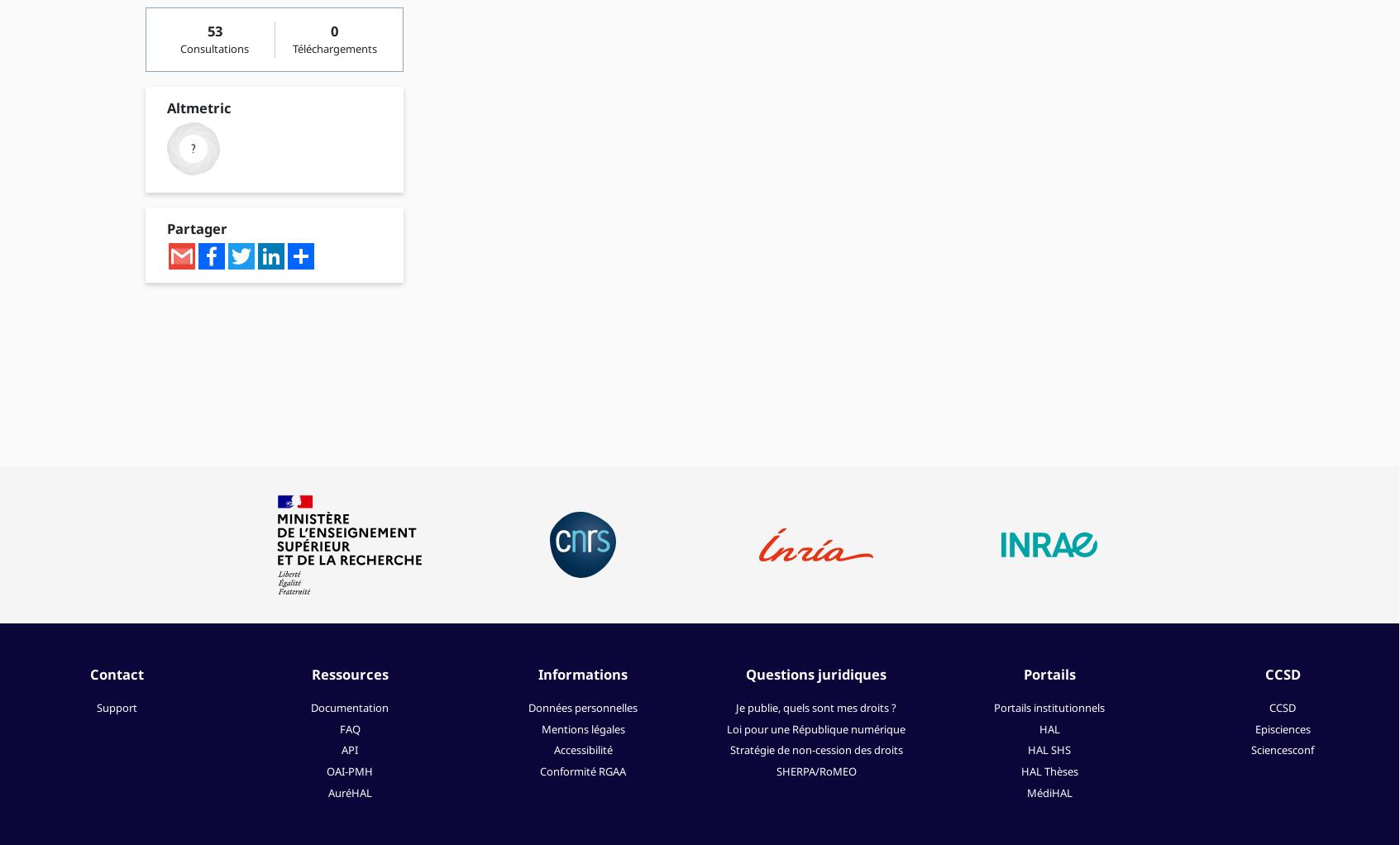 This screenshot has width=1400, height=845. What do you see at coordinates (165, 107) in the screenshot?
I see `'Altmetric'` at bounding box center [165, 107].